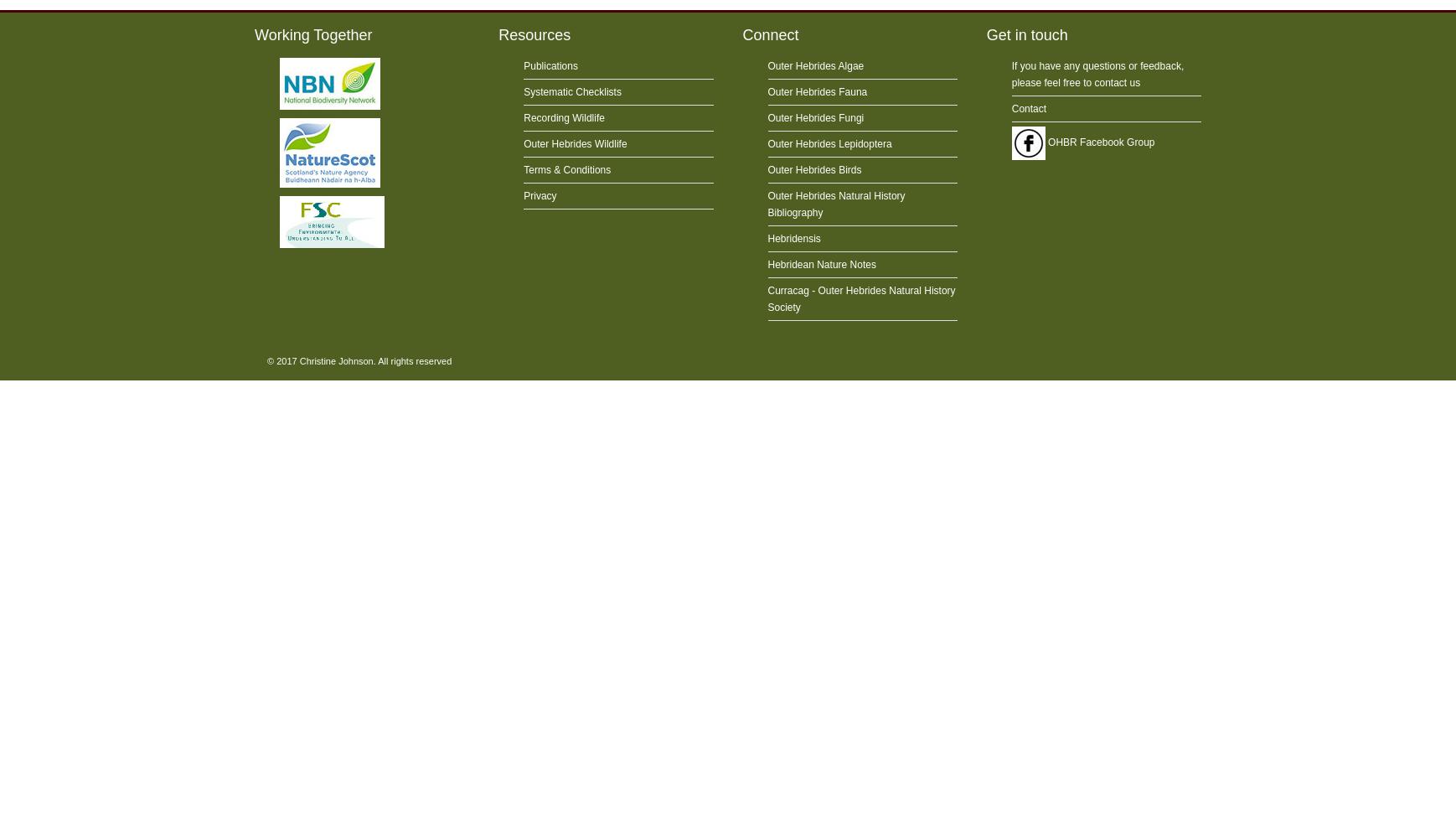 This screenshot has width=1456, height=838. Describe the element at coordinates (572, 91) in the screenshot. I see `'Systematic Checklists'` at that location.